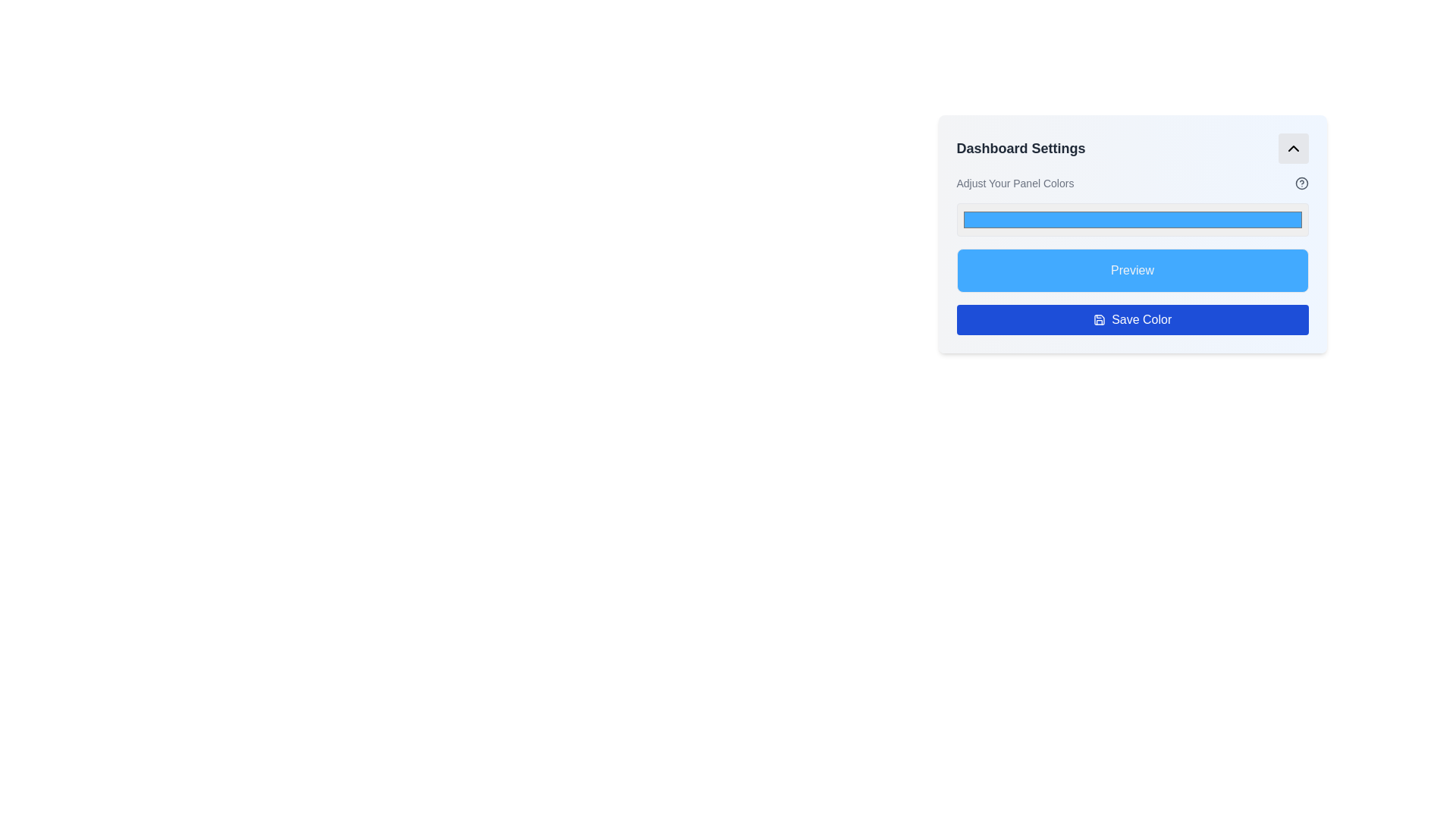 The width and height of the screenshot is (1456, 819). I want to click on the help icon represented by an SVG circle in the upper right area of the Dashboard Settings interface, so click(1301, 183).